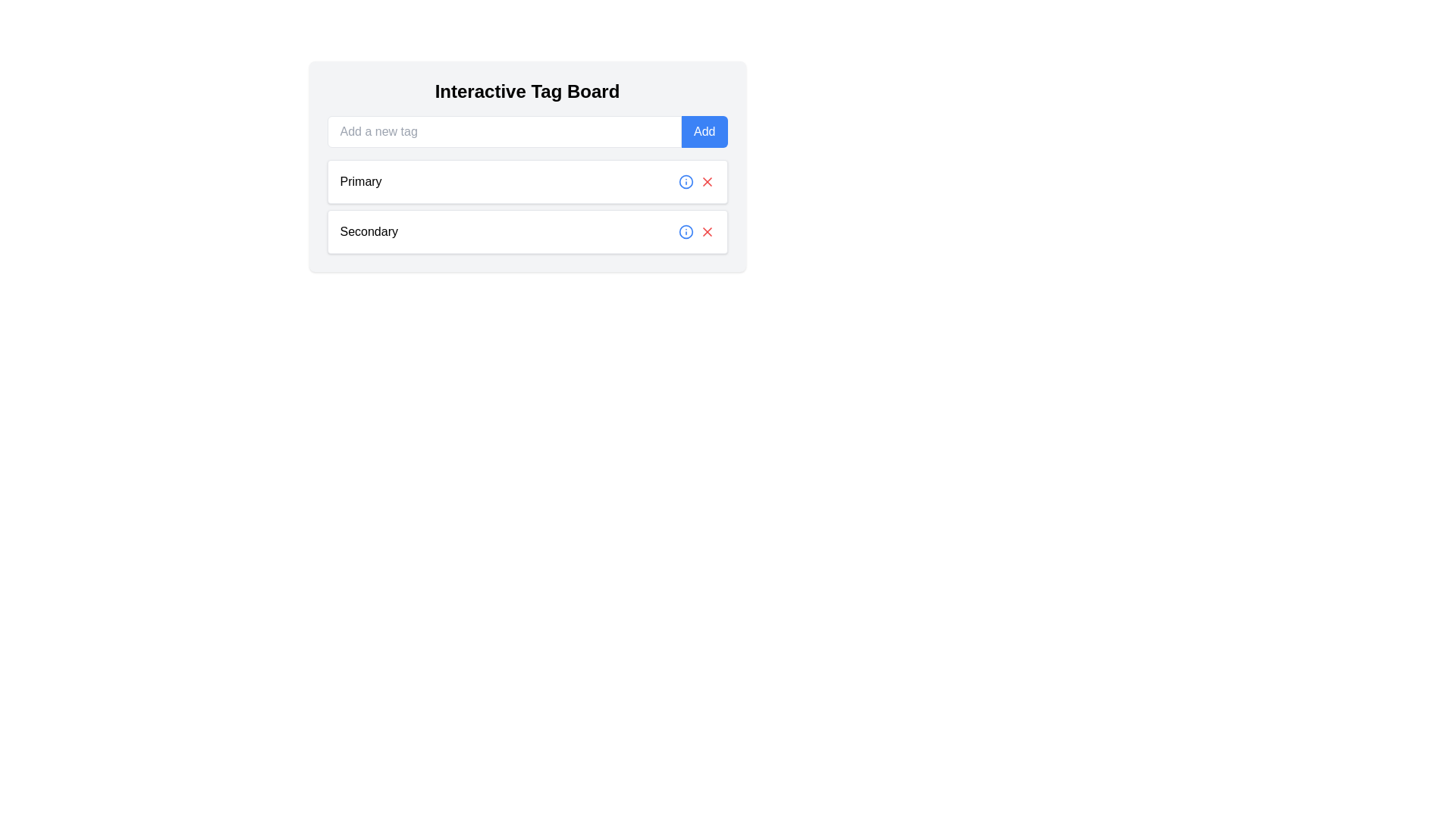 The height and width of the screenshot is (819, 1456). I want to click on the delete button associated with the 'Secondary' tag located to the right of a blue icon button in the tag board, so click(706, 231).